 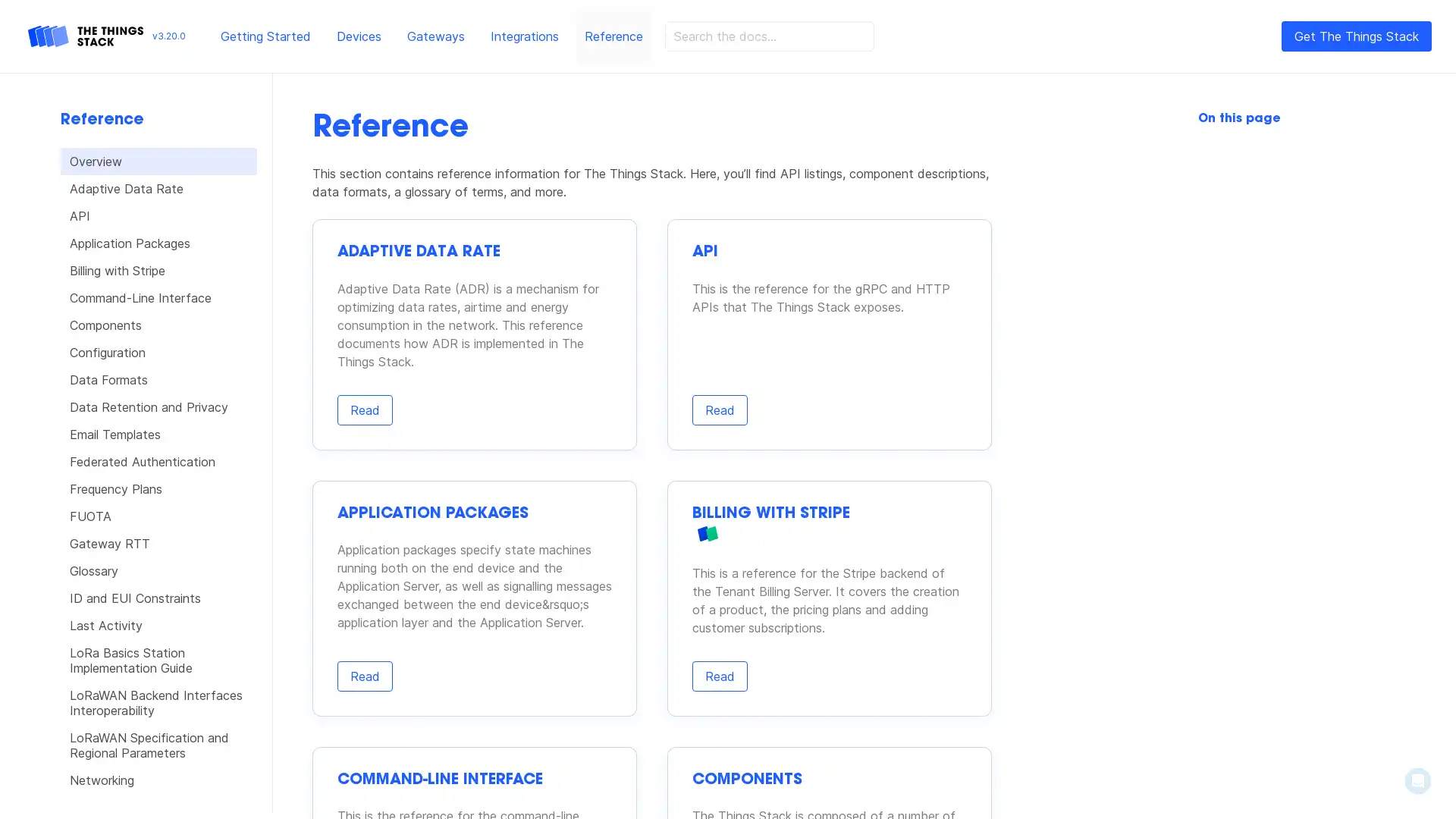 What do you see at coordinates (1417, 780) in the screenshot?
I see `Open Intercom Messenger` at bounding box center [1417, 780].